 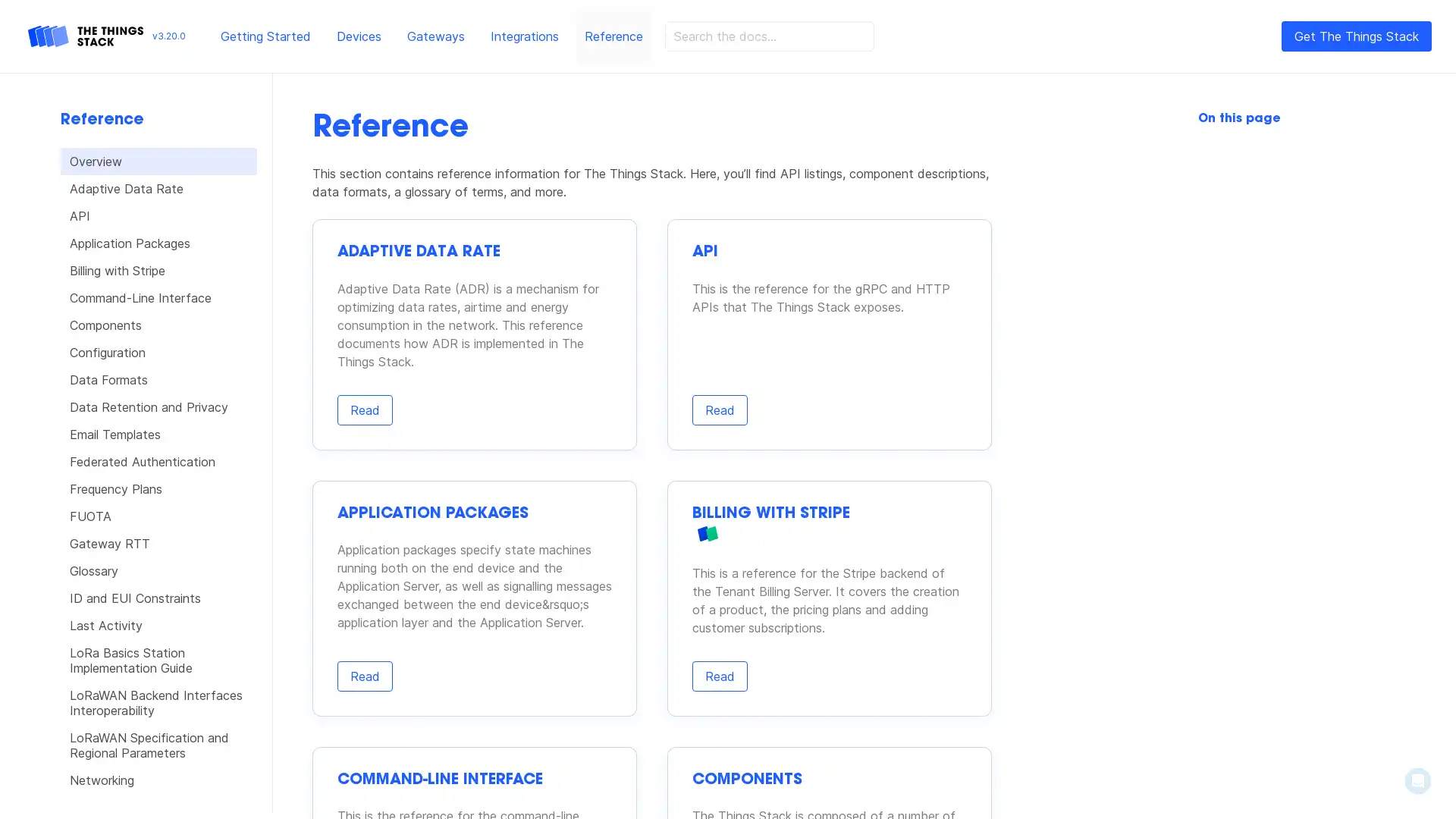 What do you see at coordinates (1417, 780) in the screenshot?
I see `Open Intercom Messenger` at bounding box center [1417, 780].